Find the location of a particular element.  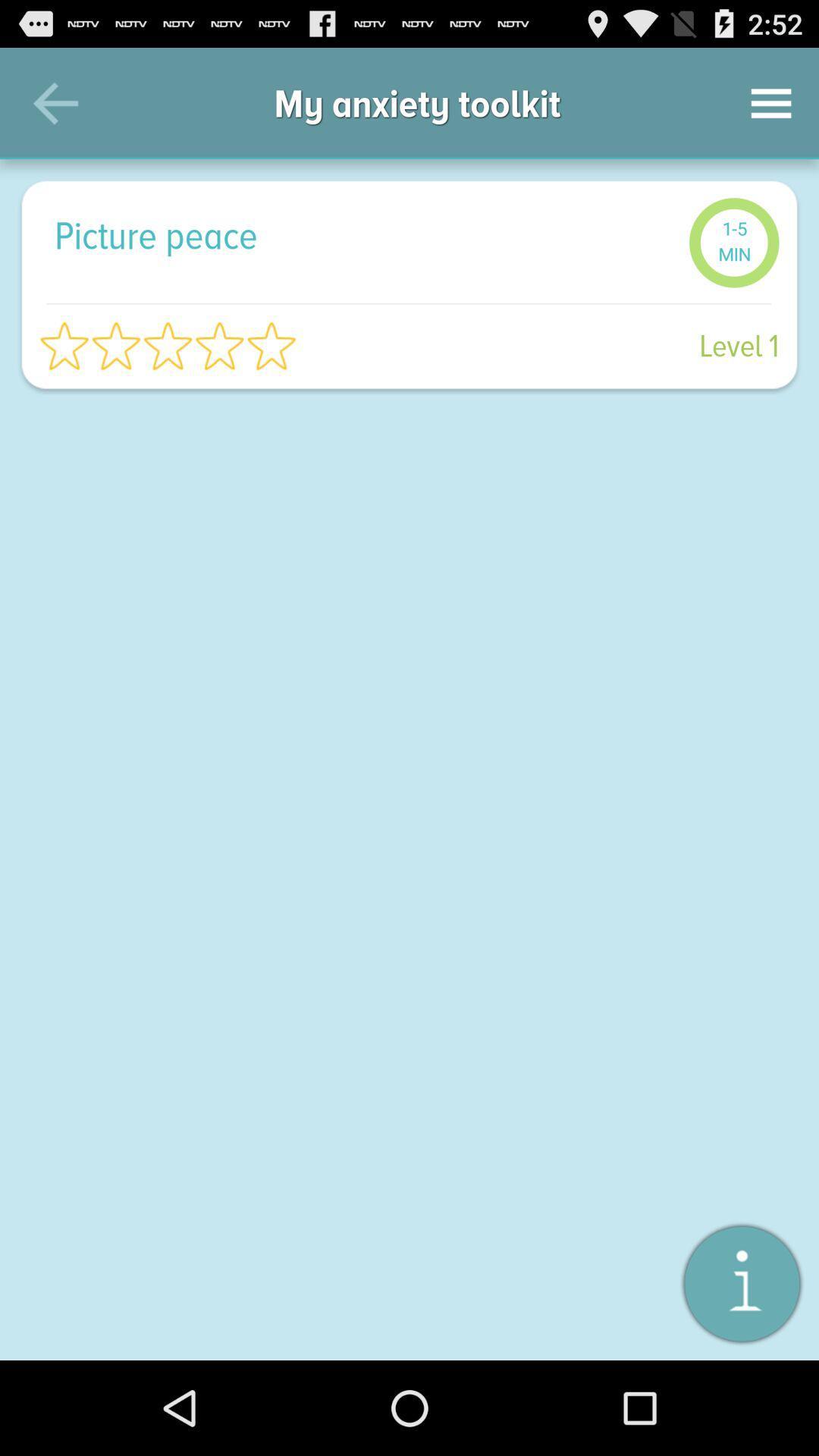

the icon to the right of the picture peace item is located at coordinates (733, 243).